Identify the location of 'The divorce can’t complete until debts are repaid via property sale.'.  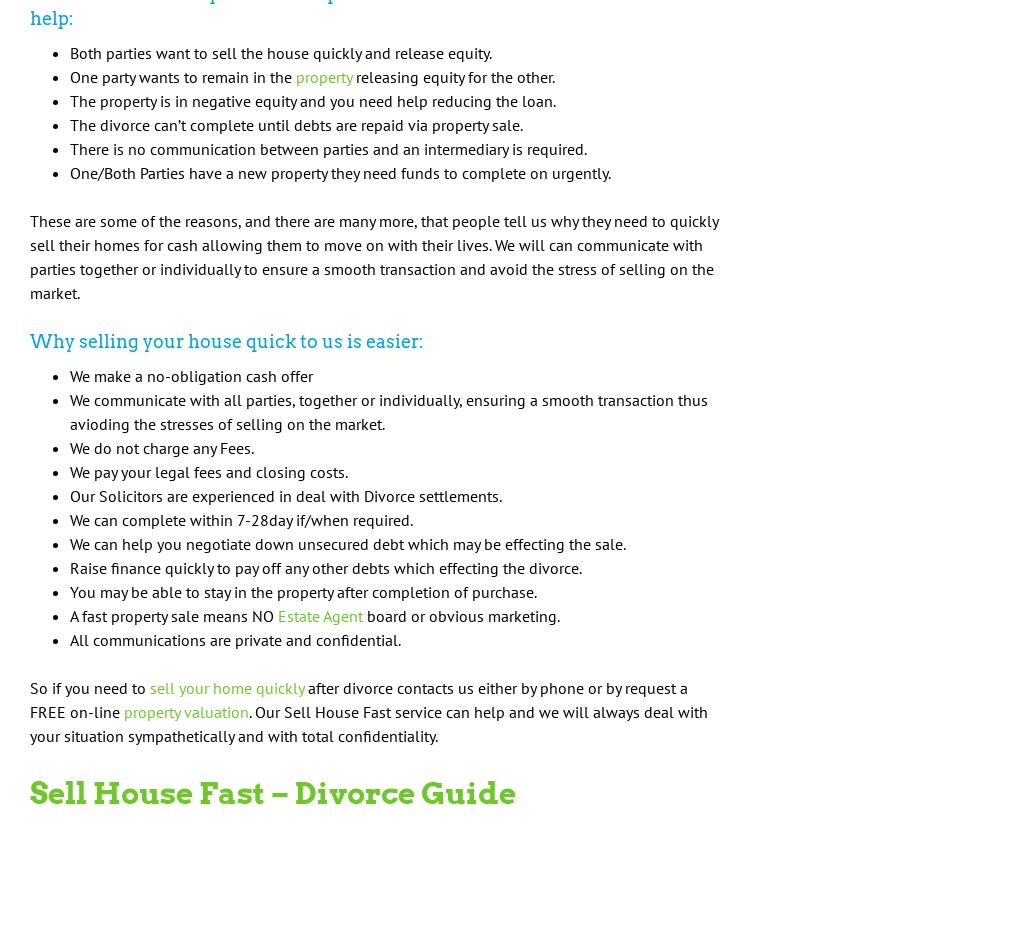
(295, 122).